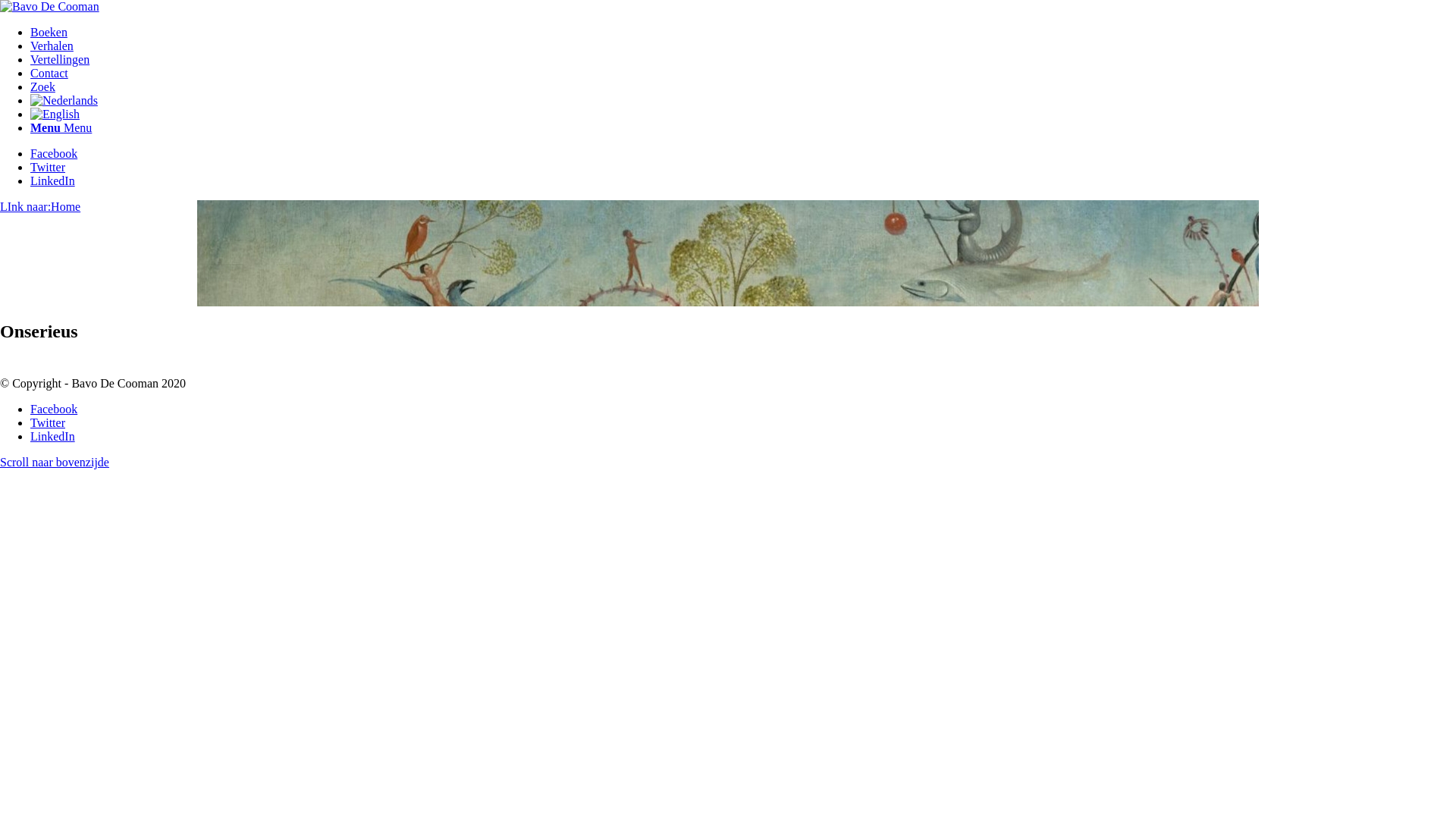 The image size is (1456, 819). What do you see at coordinates (52, 180) in the screenshot?
I see `'LinkedIn'` at bounding box center [52, 180].